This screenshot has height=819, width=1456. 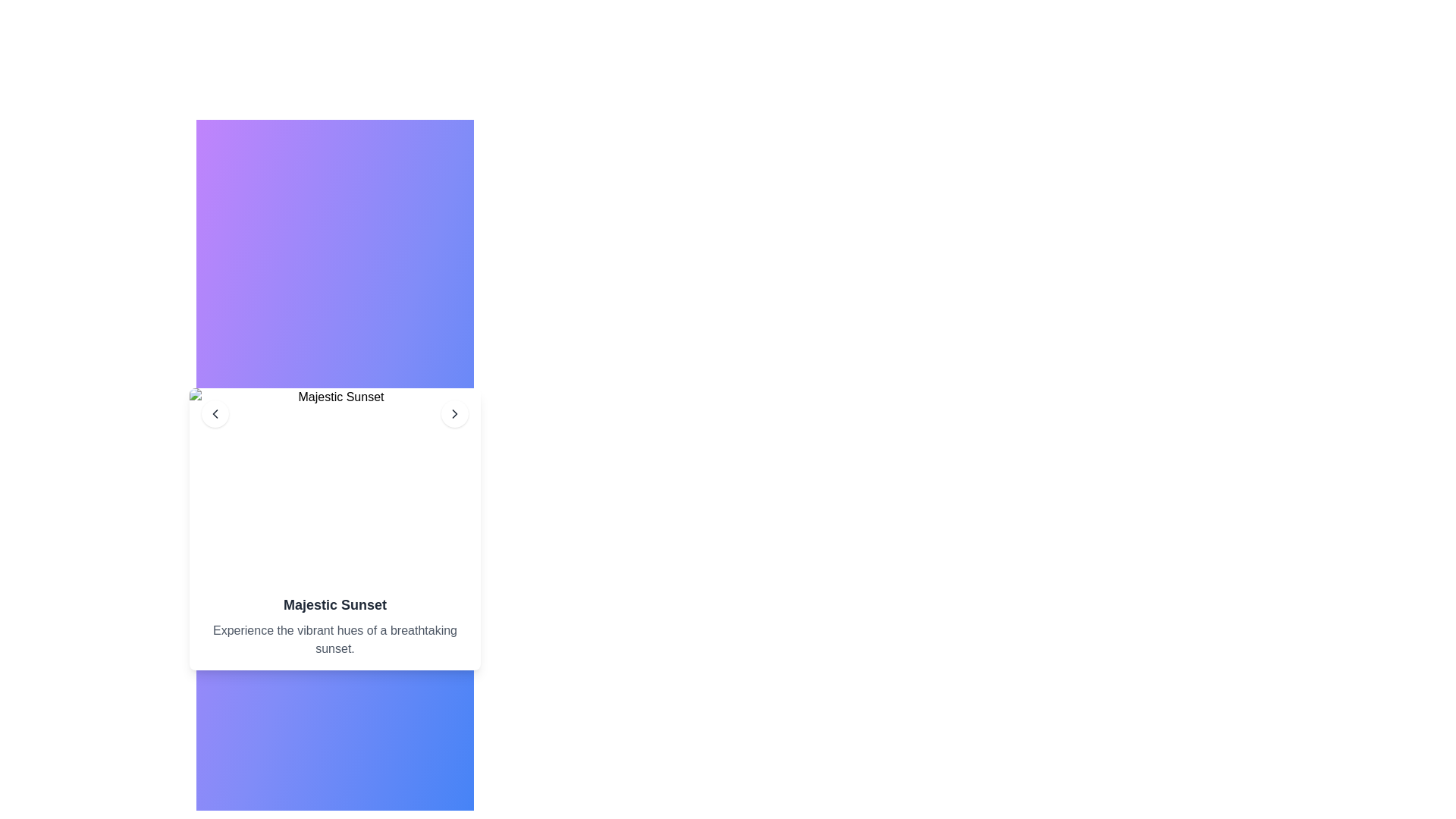 What do you see at coordinates (334, 640) in the screenshot?
I see `the text element displaying 'Experience the vibrant hues of a breathtaking sunset.' which is styled in gray and located below the title 'Majestic Sunset'` at bounding box center [334, 640].